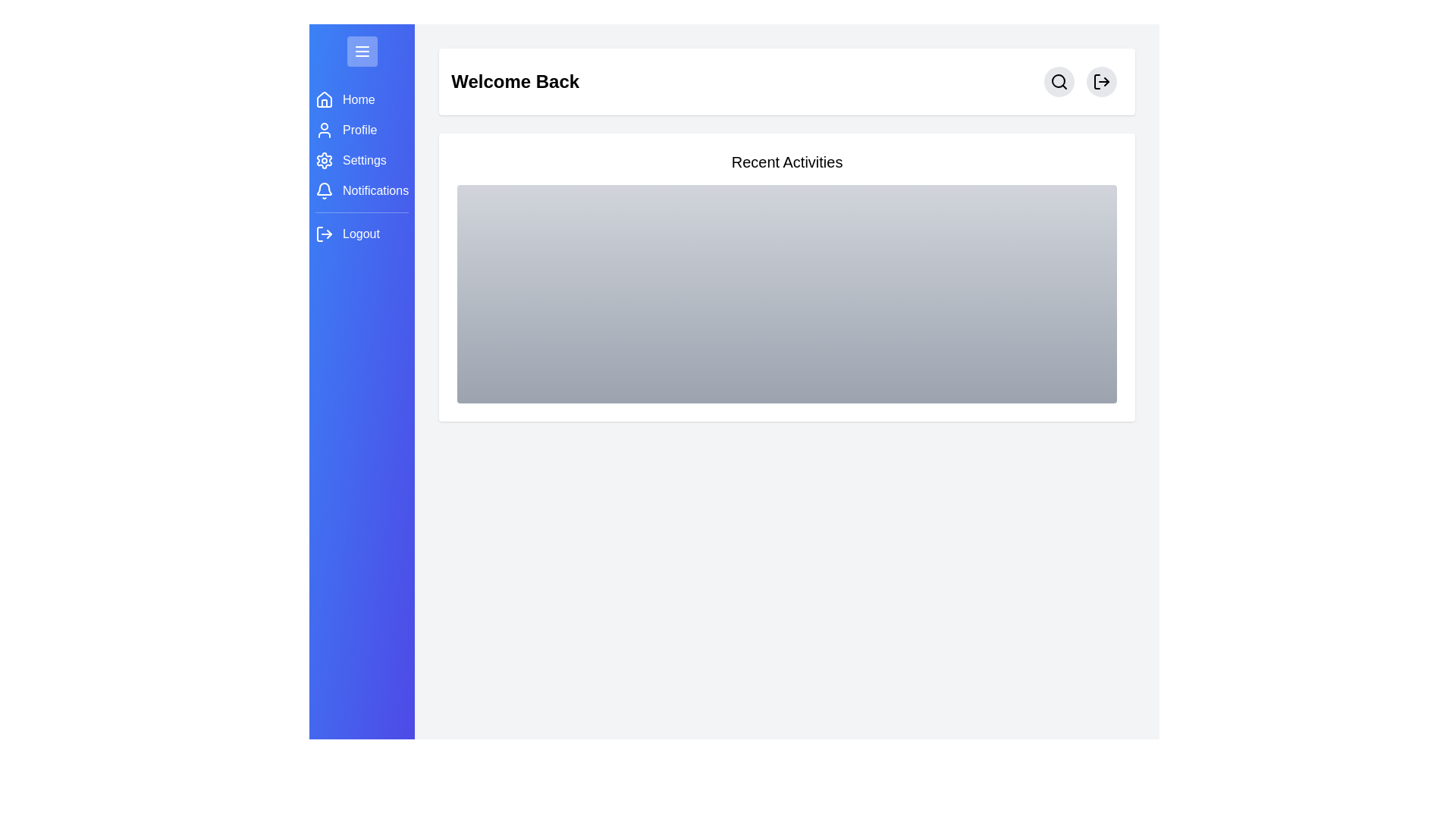  What do you see at coordinates (361, 167) in the screenshot?
I see `the 'Settings' menu item in the sidebar navigation, which is the third entry labeled with white text on a blue background and a gear icon` at bounding box center [361, 167].